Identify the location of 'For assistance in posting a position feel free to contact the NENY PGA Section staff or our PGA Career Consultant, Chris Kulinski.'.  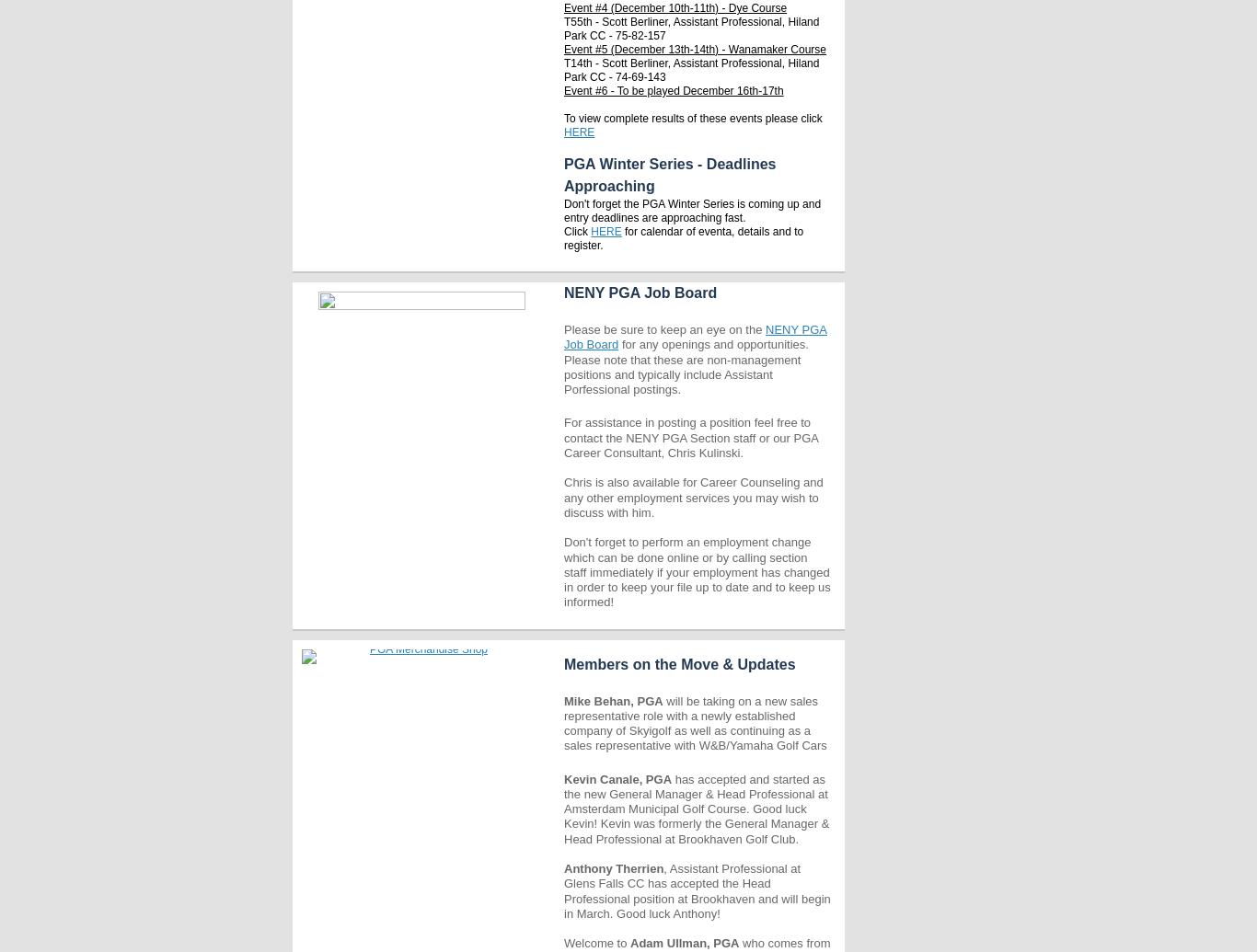
(691, 437).